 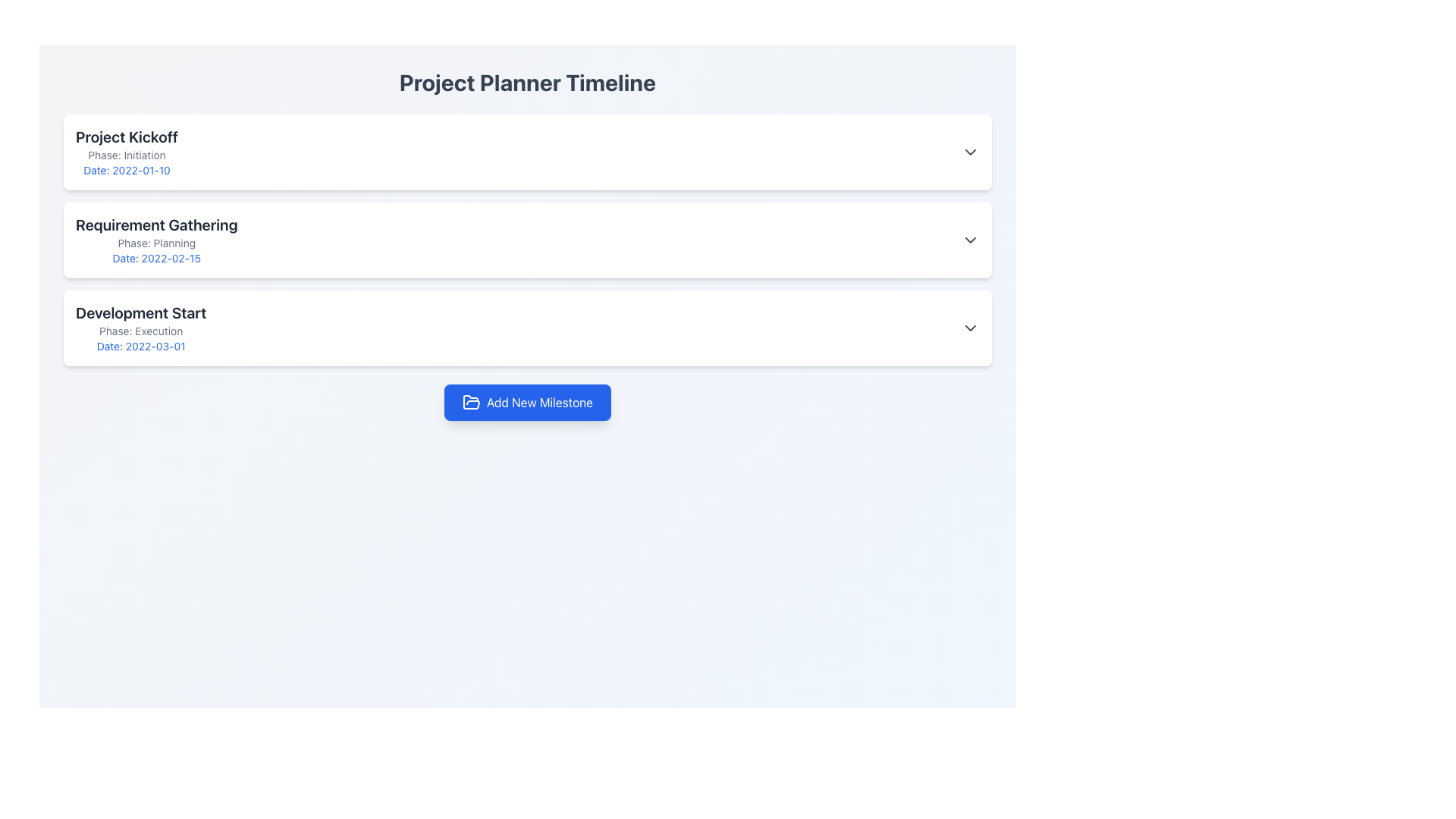 What do you see at coordinates (971, 239) in the screenshot?
I see `the toggle button located at the far-right end of the 'Requirement Gathering' section, next to 'Phase: Planning' and 'Date: 2022-02-15'` at bounding box center [971, 239].